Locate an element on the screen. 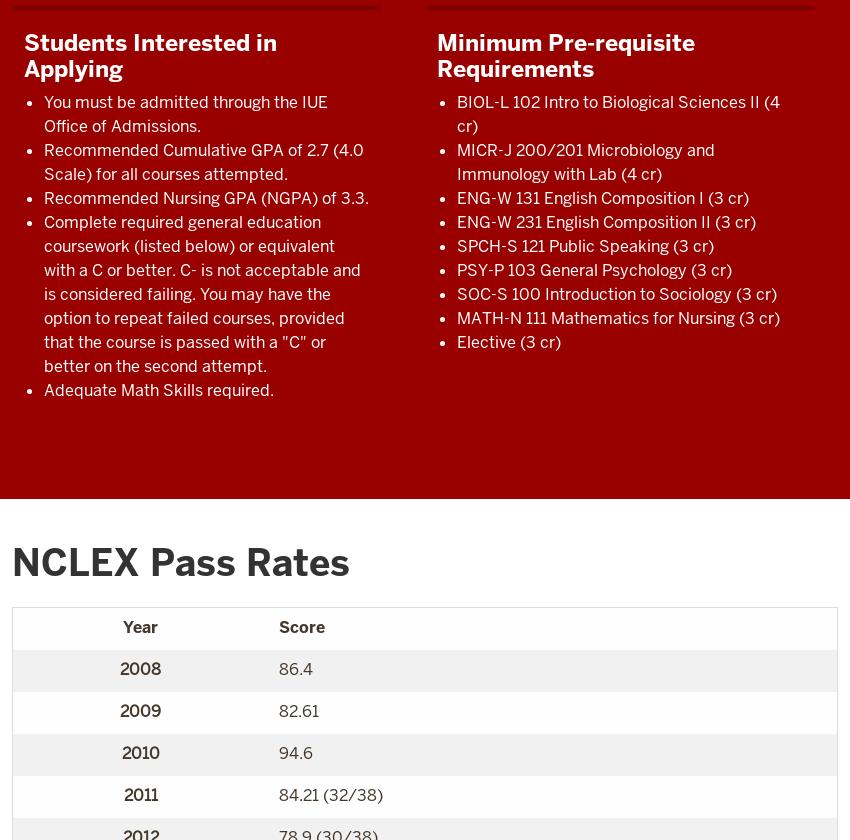  'SPCH-S 121' is located at coordinates (500, 245).